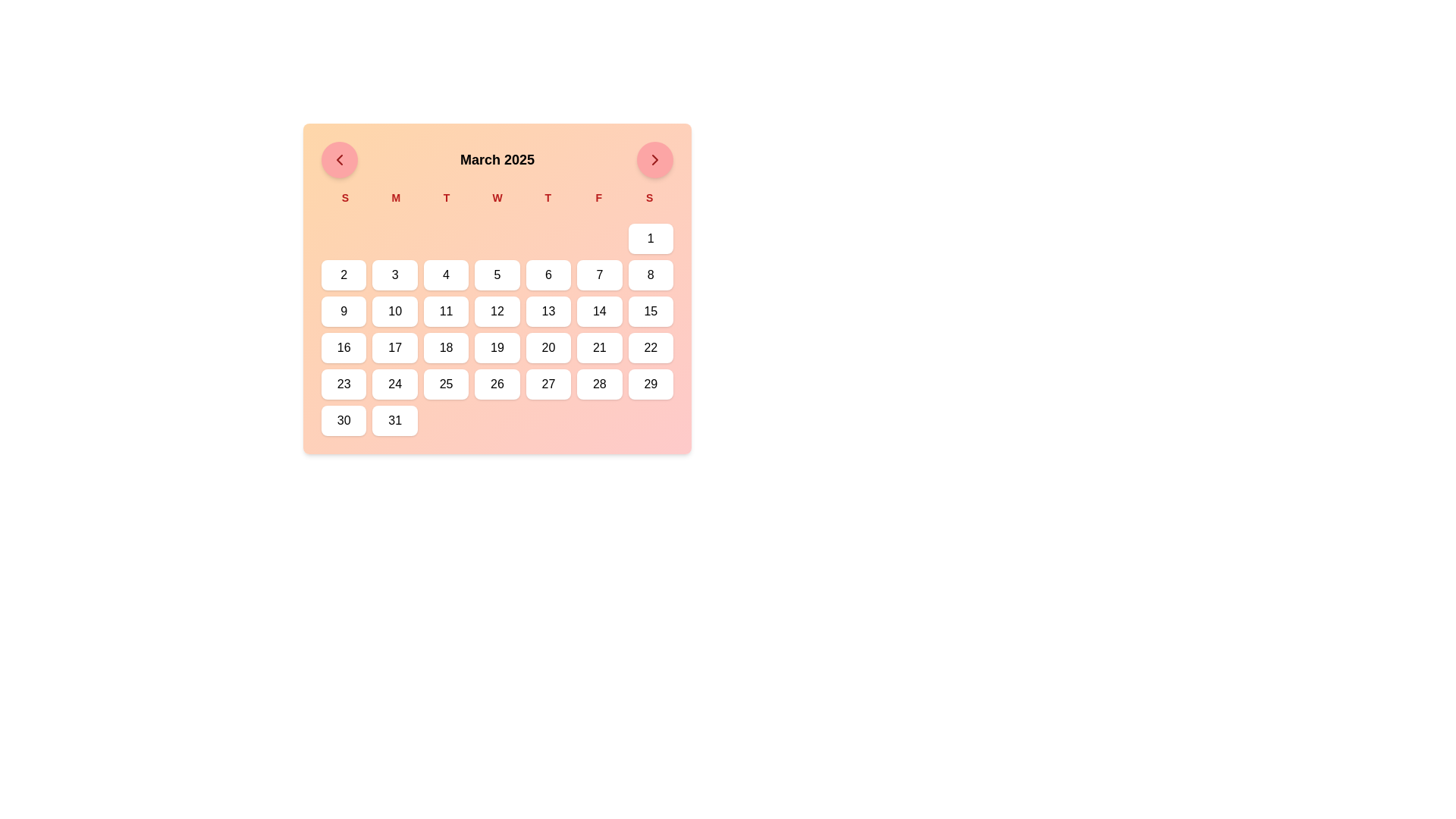  What do you see at coordinates (497, 197) in the screenshot?
I see `the static label displaying the letter 'W', which is the fourth character in a row of days of the week (SMTWTFS), styled in bold red text` at bounding box center [497, 197].